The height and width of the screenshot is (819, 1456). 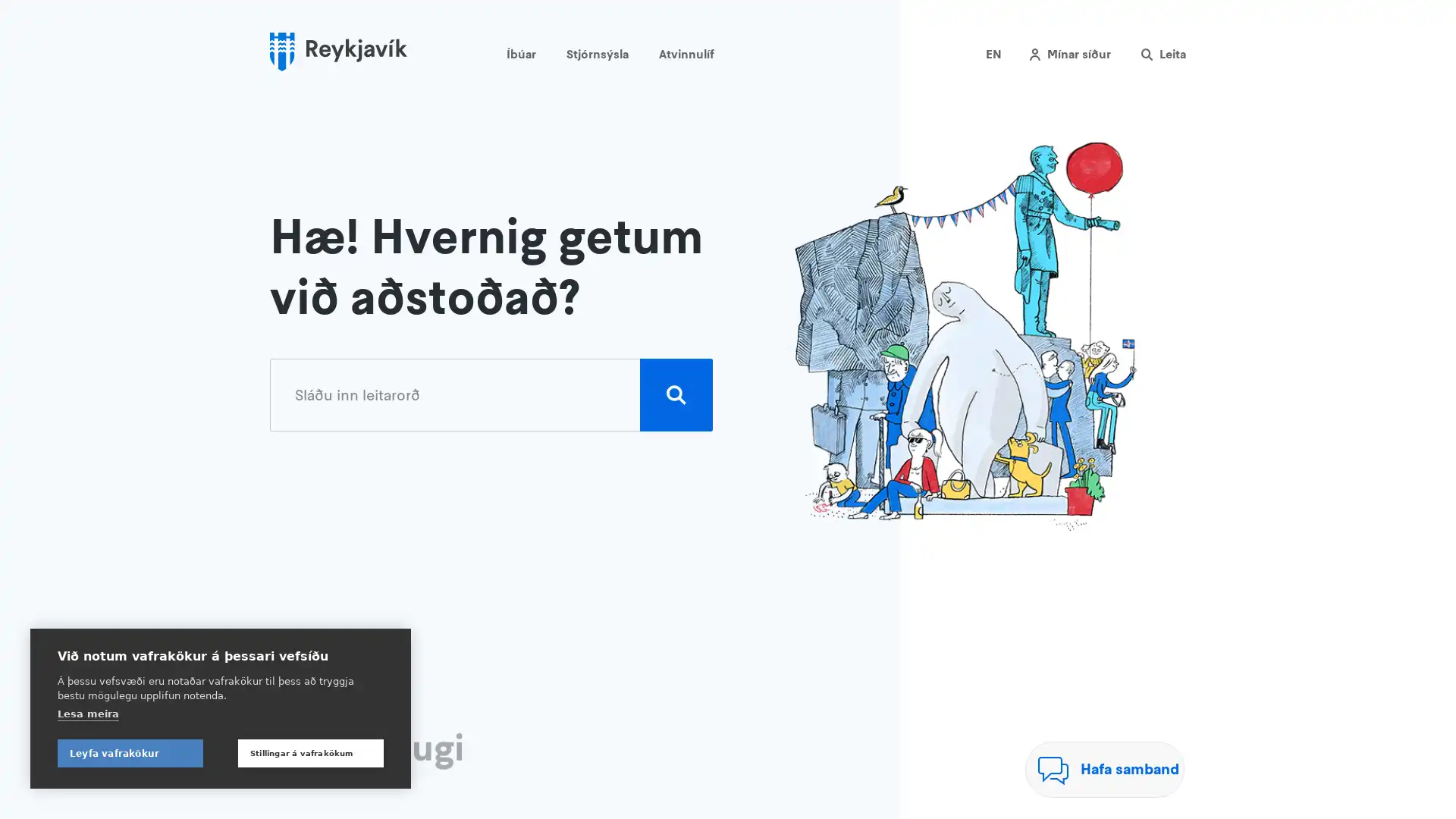 What do you see at coordinates (596, 51) in the screenshot?
I see `Stjornsysla` at bounding box center [596, 51].